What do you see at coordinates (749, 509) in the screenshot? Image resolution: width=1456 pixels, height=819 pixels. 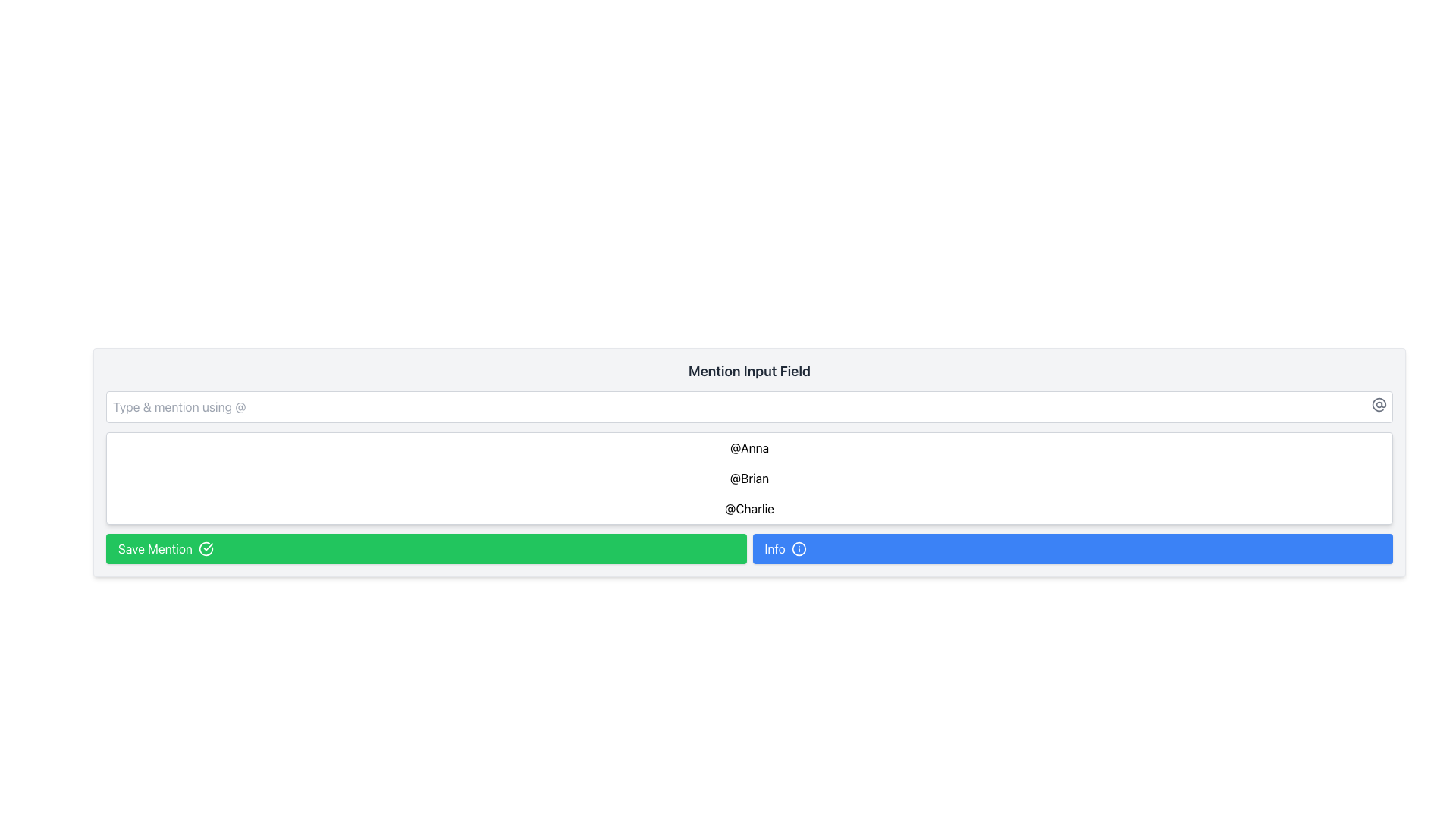 I see `the Text Button displaying '@Charlie' to trigger the background change effect` at bounding box center [749, 509].